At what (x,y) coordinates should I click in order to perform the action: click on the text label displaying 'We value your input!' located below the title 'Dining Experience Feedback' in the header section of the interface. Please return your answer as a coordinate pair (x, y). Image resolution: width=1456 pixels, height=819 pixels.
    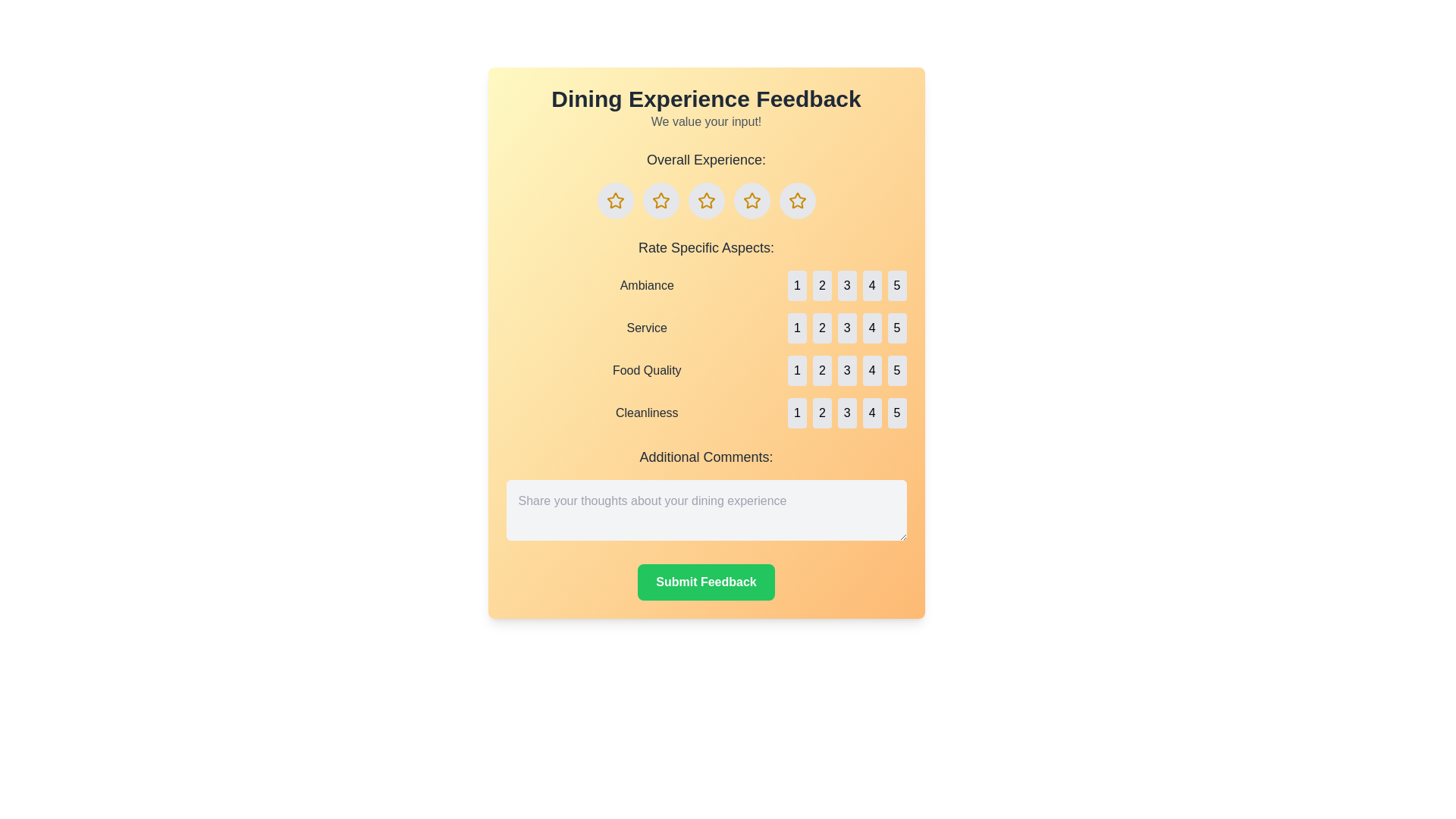
    Looking at the image, I should click on (705, 121).